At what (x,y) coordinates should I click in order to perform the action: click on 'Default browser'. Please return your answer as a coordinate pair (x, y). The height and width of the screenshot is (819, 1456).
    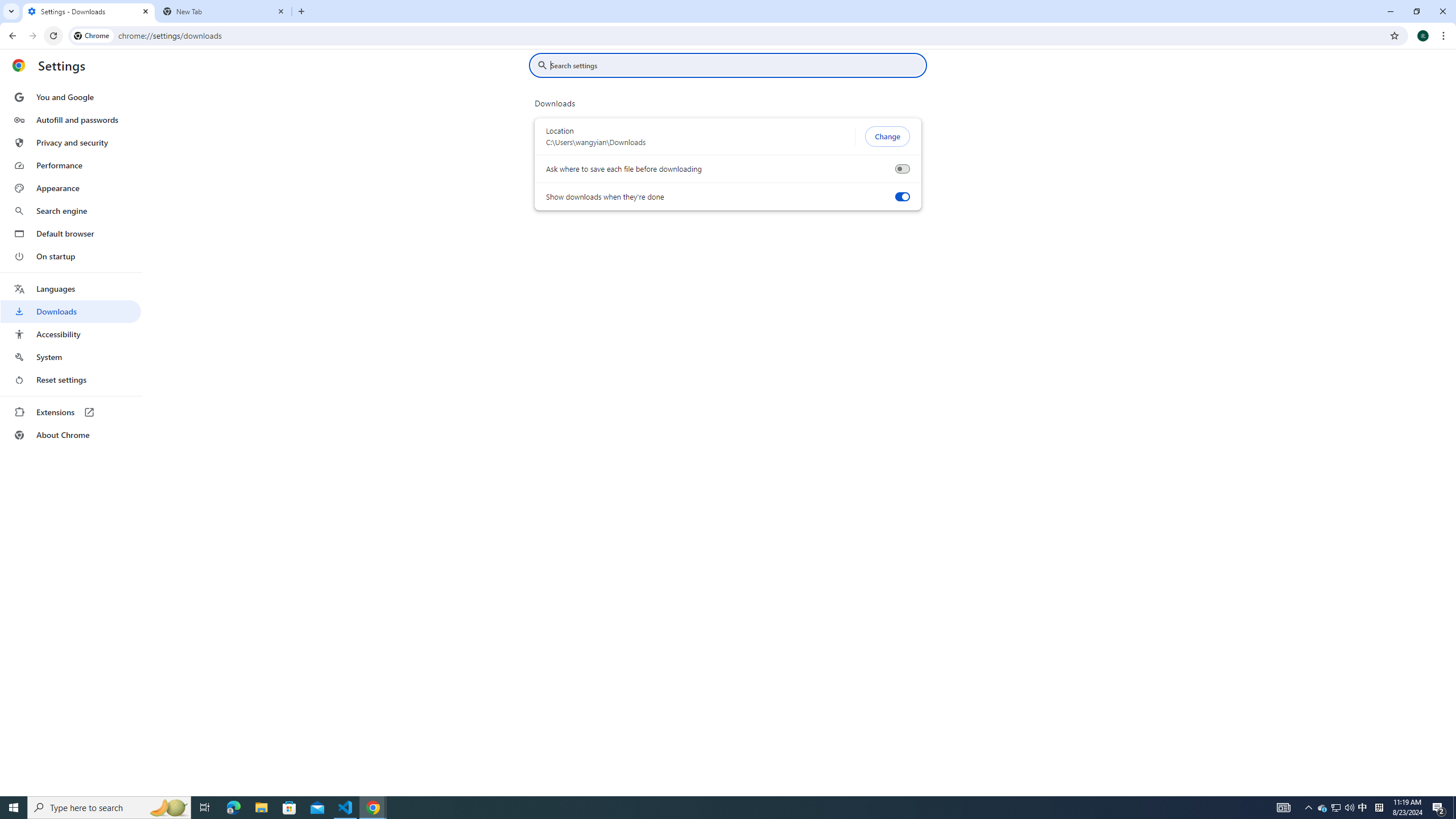
    Looking at the image, I should click on (70, 233).